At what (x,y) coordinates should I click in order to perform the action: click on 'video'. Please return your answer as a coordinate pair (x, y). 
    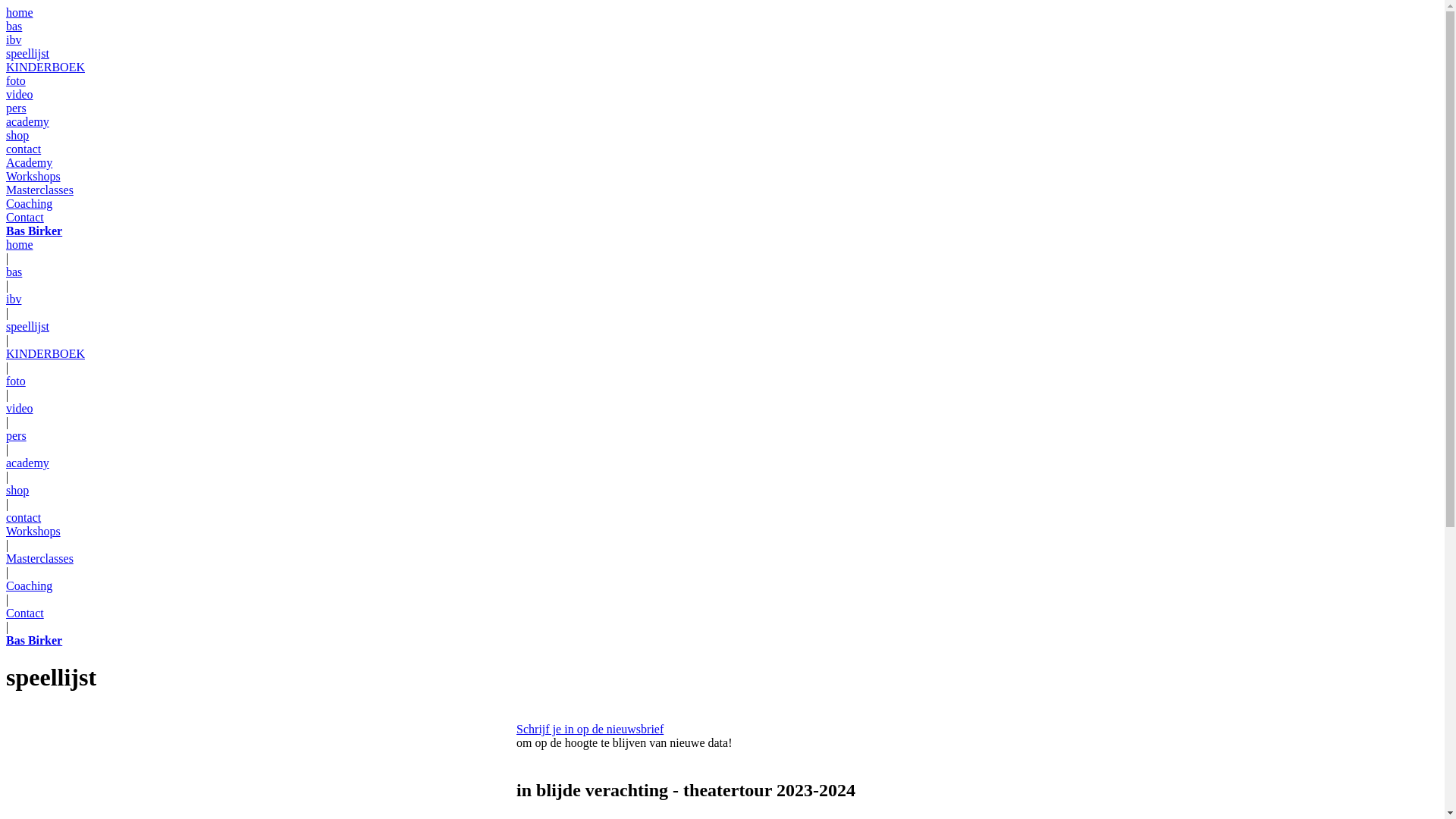
    Looking at the image, I should click on (19, 407).